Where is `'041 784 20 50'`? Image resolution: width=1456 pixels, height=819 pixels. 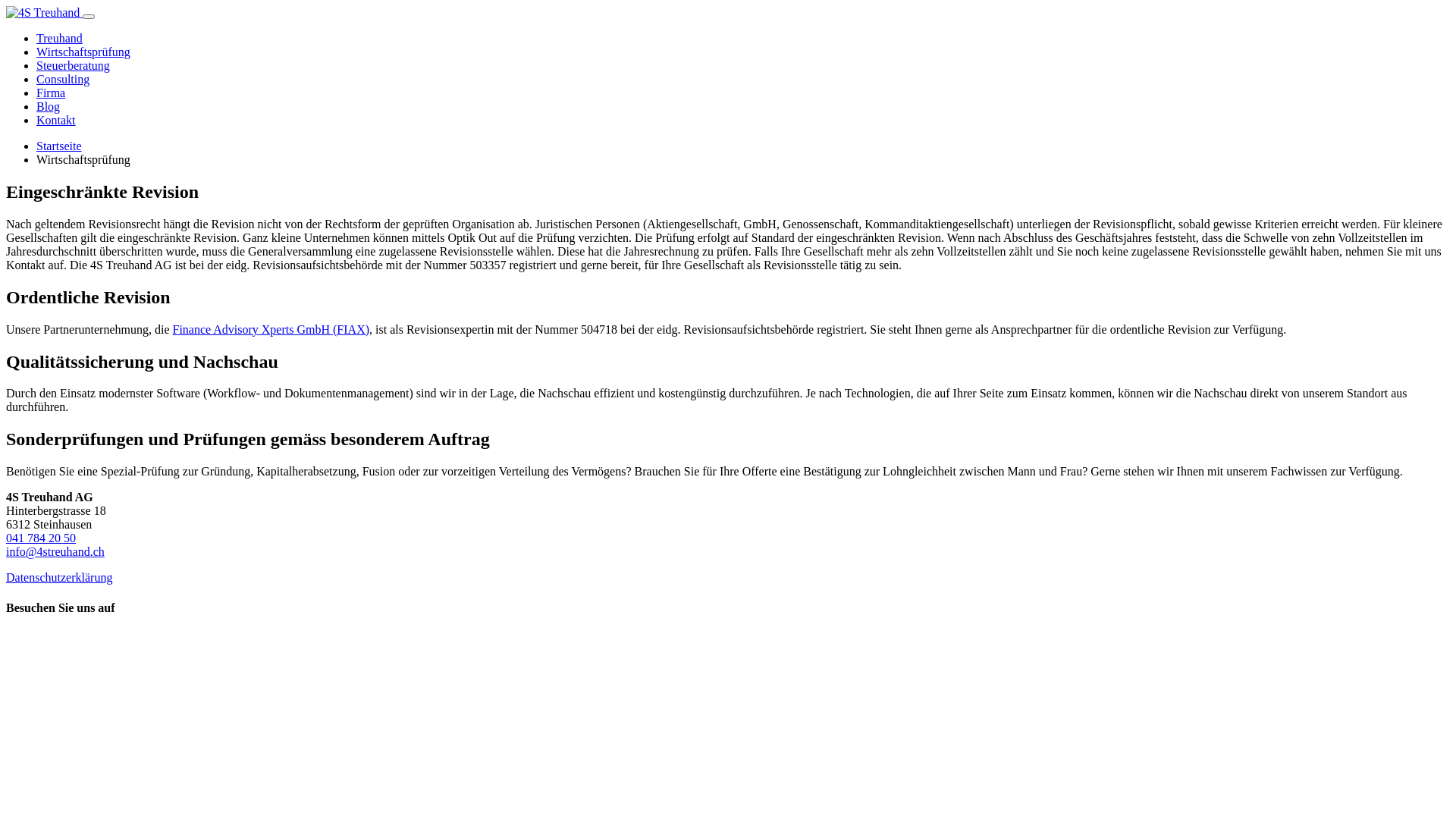 '041 784 20 50' is located at coordinates (40, 537).